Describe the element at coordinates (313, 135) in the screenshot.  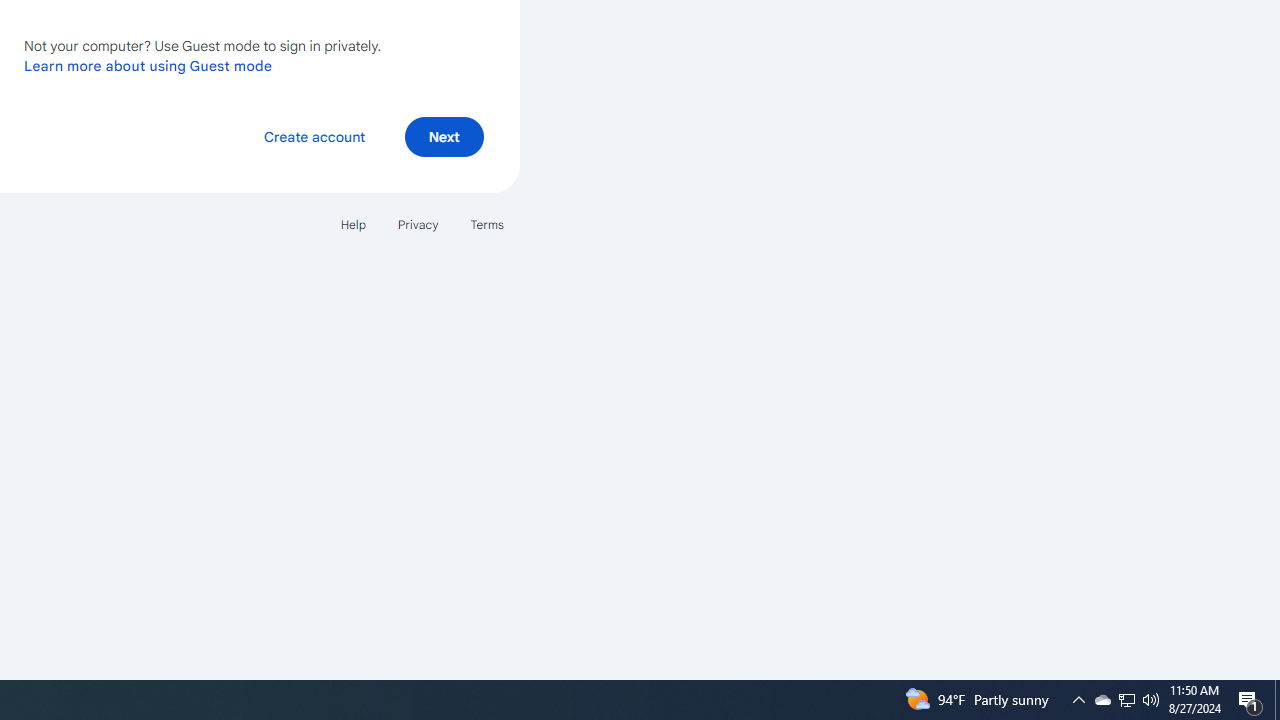
I see `'Create account'` at that location.